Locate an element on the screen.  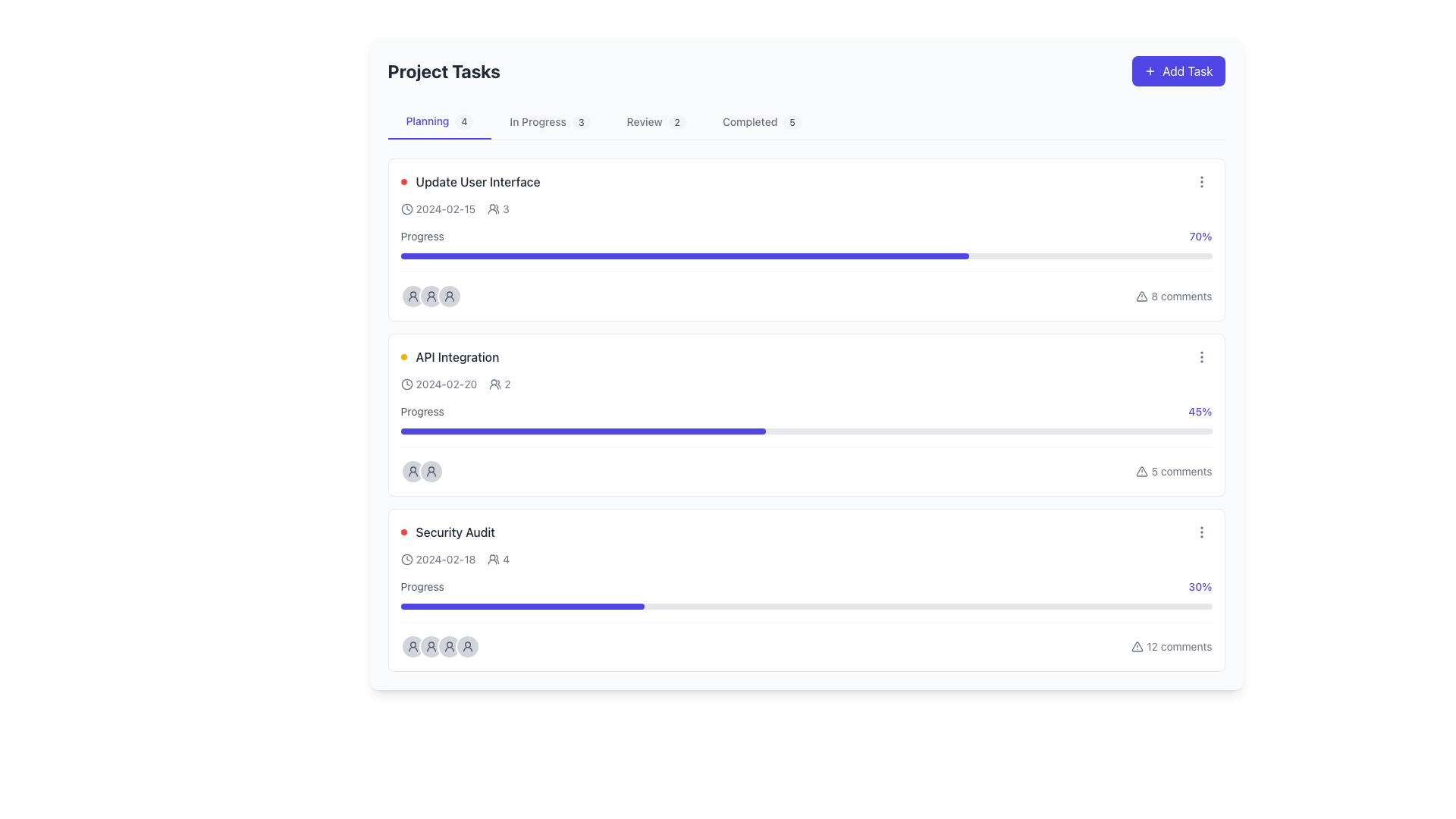
the Progress bar fill segment indicating 45% completion of the 'API Integration' task within the Progress section is located at coordinates (582, 431).